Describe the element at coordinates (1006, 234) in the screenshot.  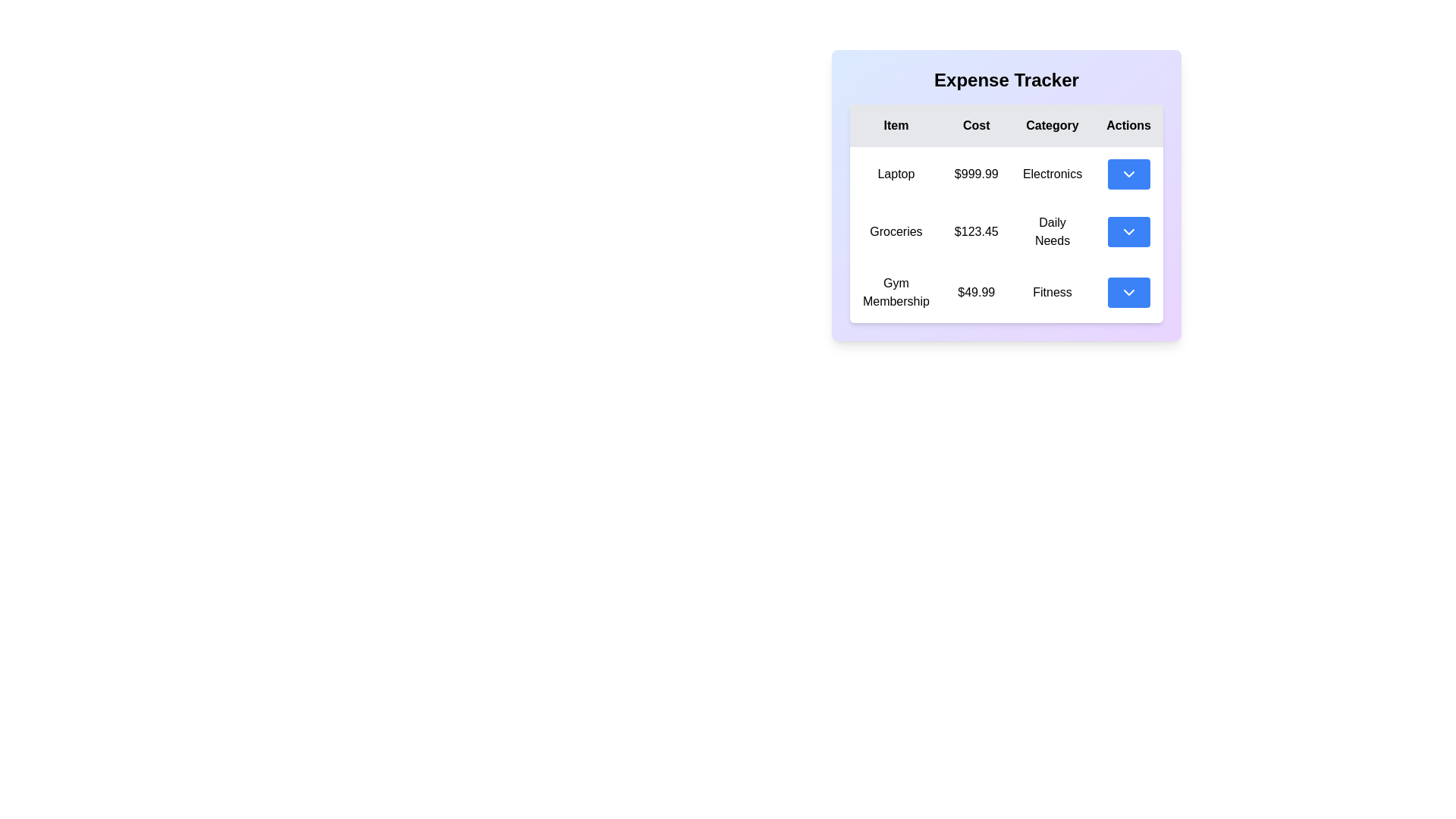
I see `the second row of the tabular data displaying the item 'Groceries', which includes the cost '$123.45' and category 'Daily Needs'` at that location.